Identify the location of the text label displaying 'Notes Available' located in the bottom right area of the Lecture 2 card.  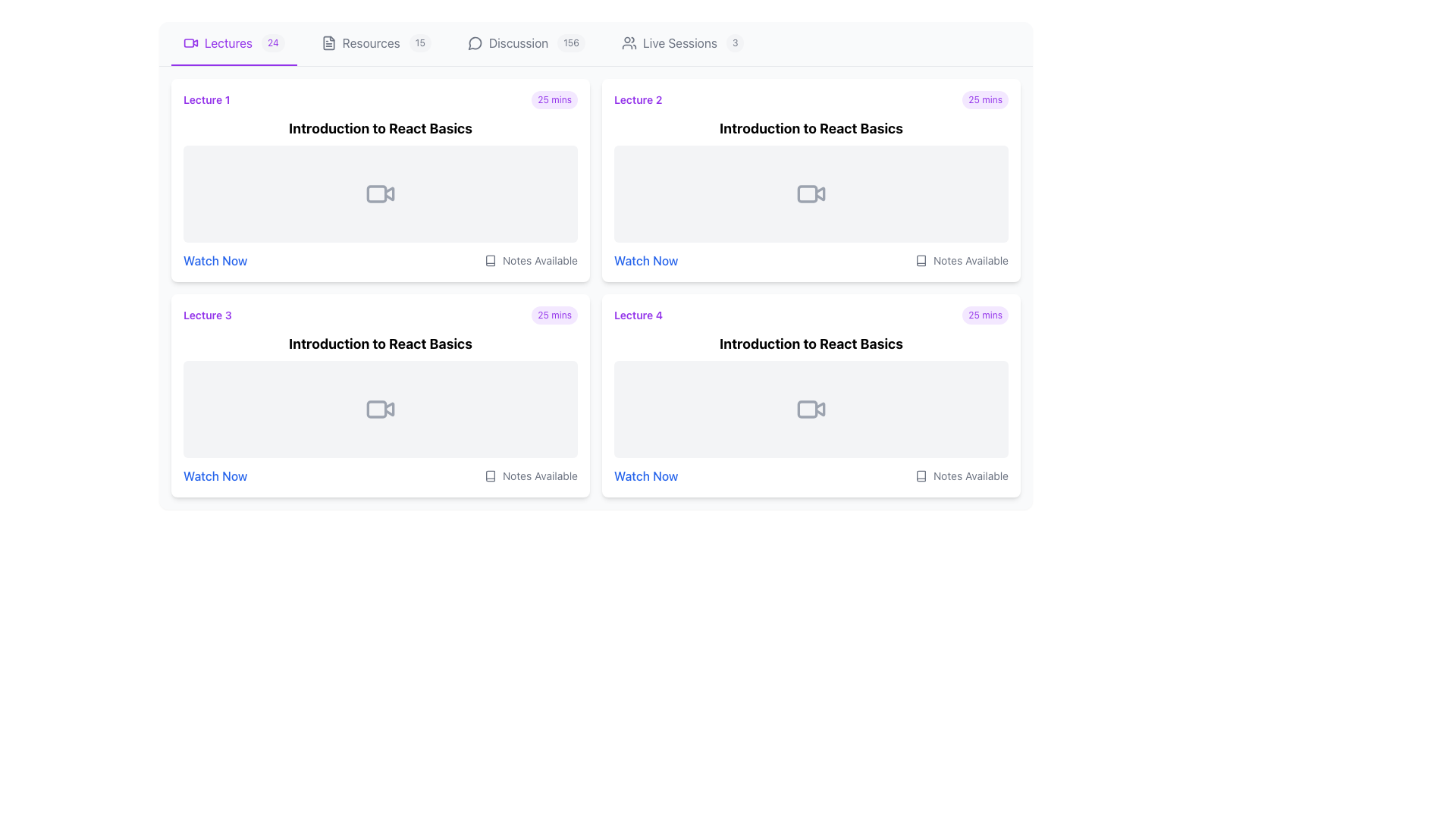
(540, 259).